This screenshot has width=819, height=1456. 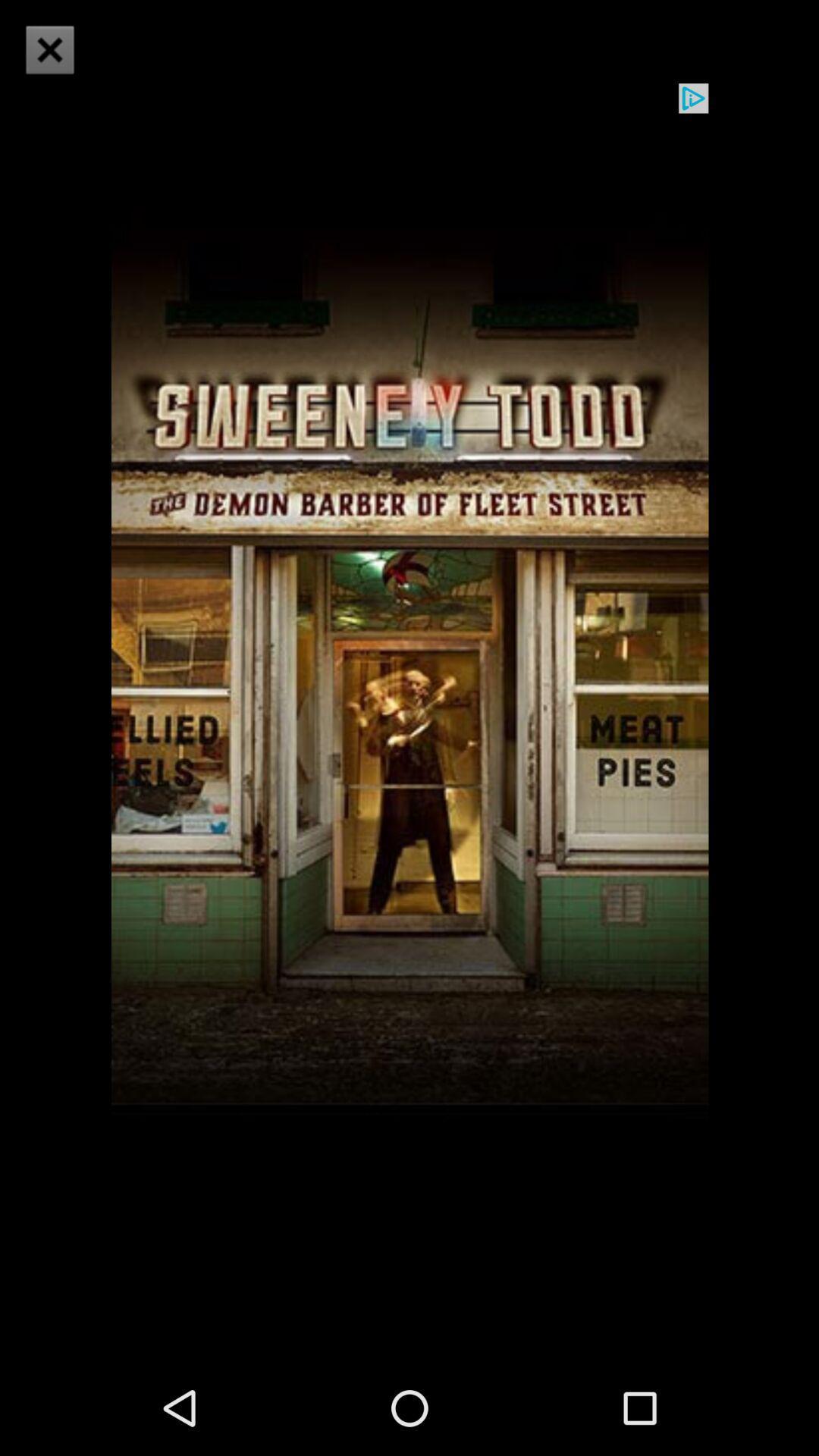 What do you see at coordinates (49, 53) in the screenshot?
I see `the close icon` at bounding box center [49, 53].